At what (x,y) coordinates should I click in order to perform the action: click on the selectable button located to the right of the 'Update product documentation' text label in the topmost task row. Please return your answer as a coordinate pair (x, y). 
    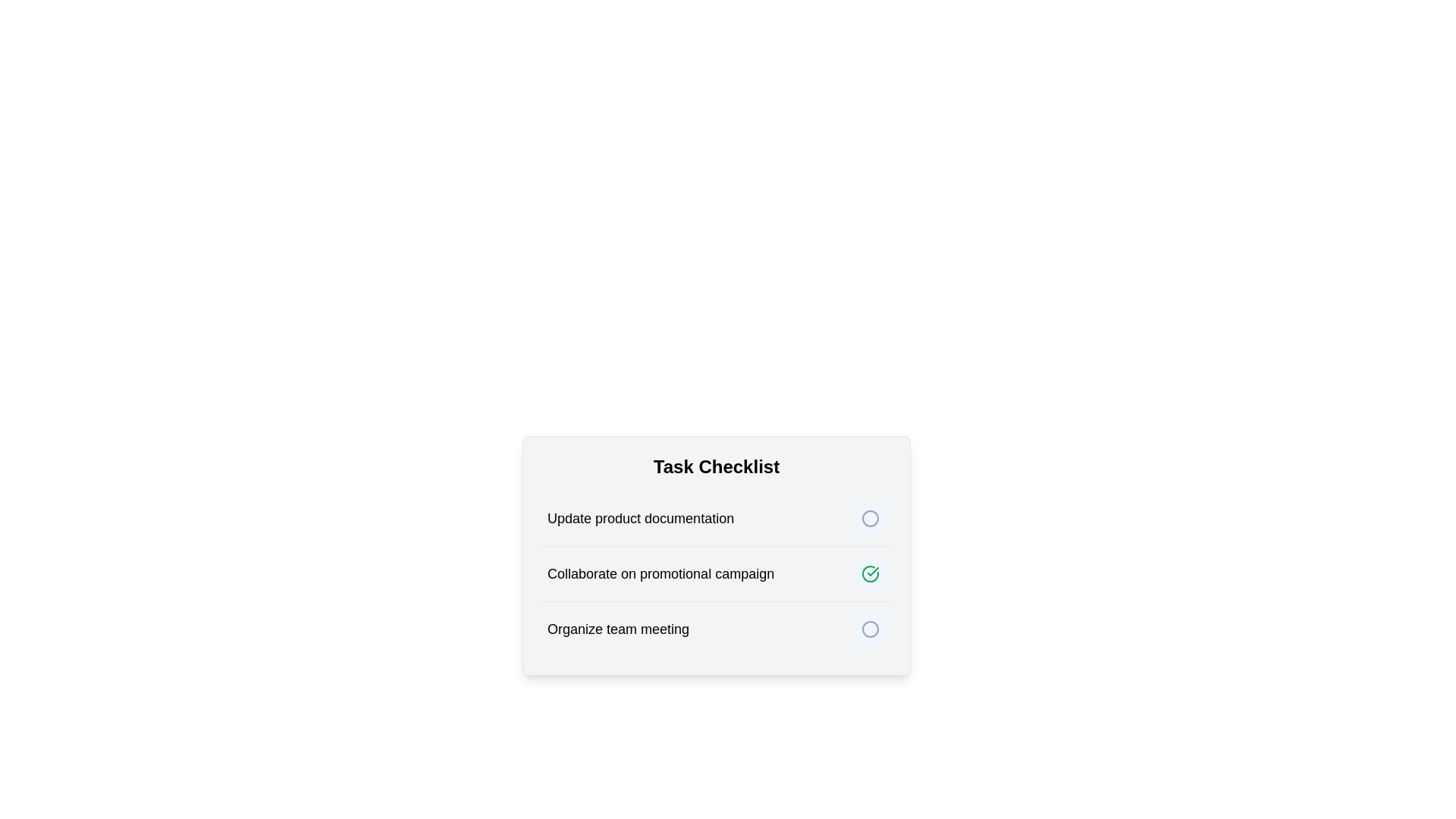
    Looking at the image, I should click on (870, 517).